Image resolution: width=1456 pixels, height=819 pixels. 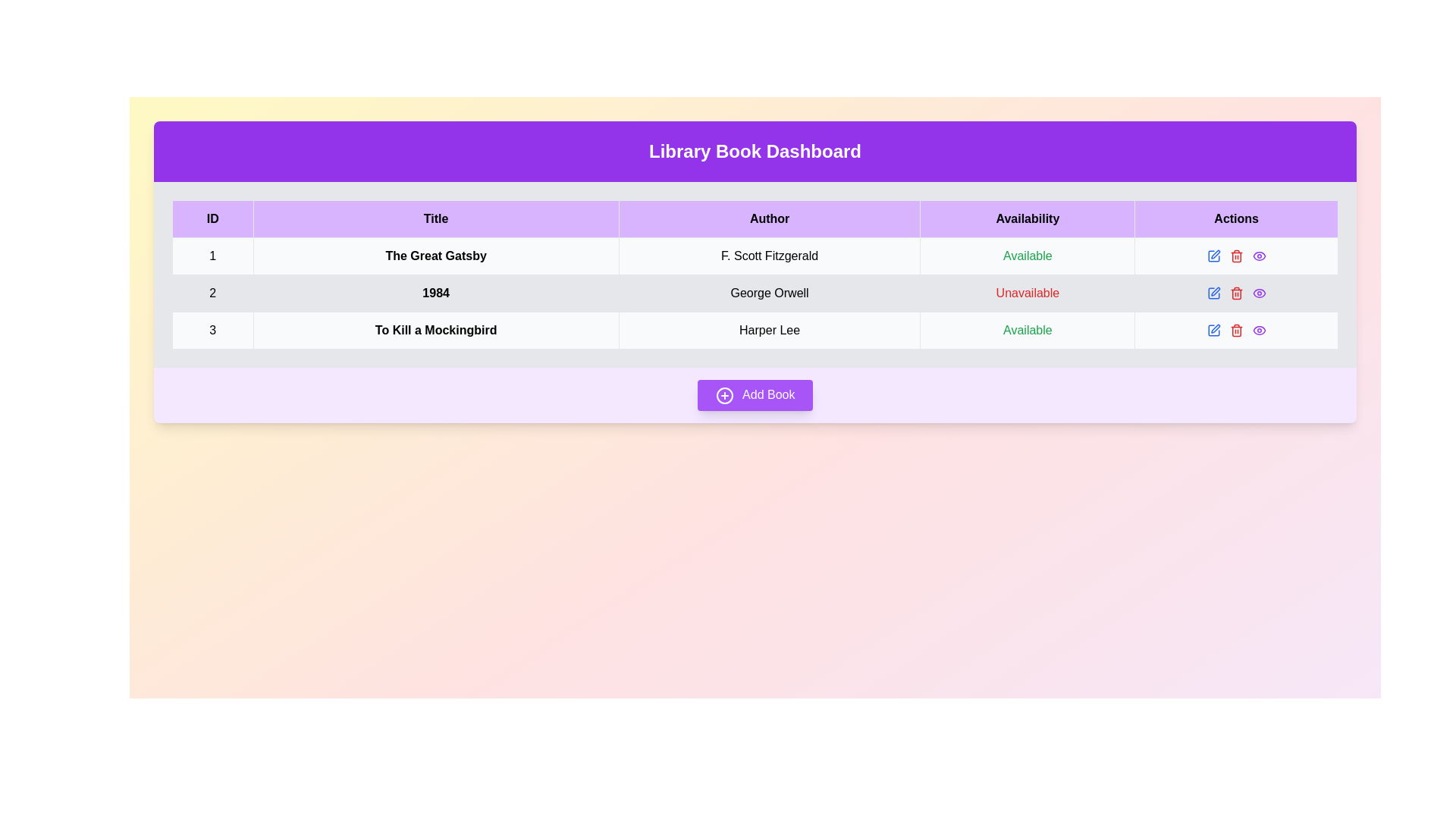 I want to click on the edit icon located in the 'Actions' column of the table for the book titled '1984', so click(x=1213, y=293).